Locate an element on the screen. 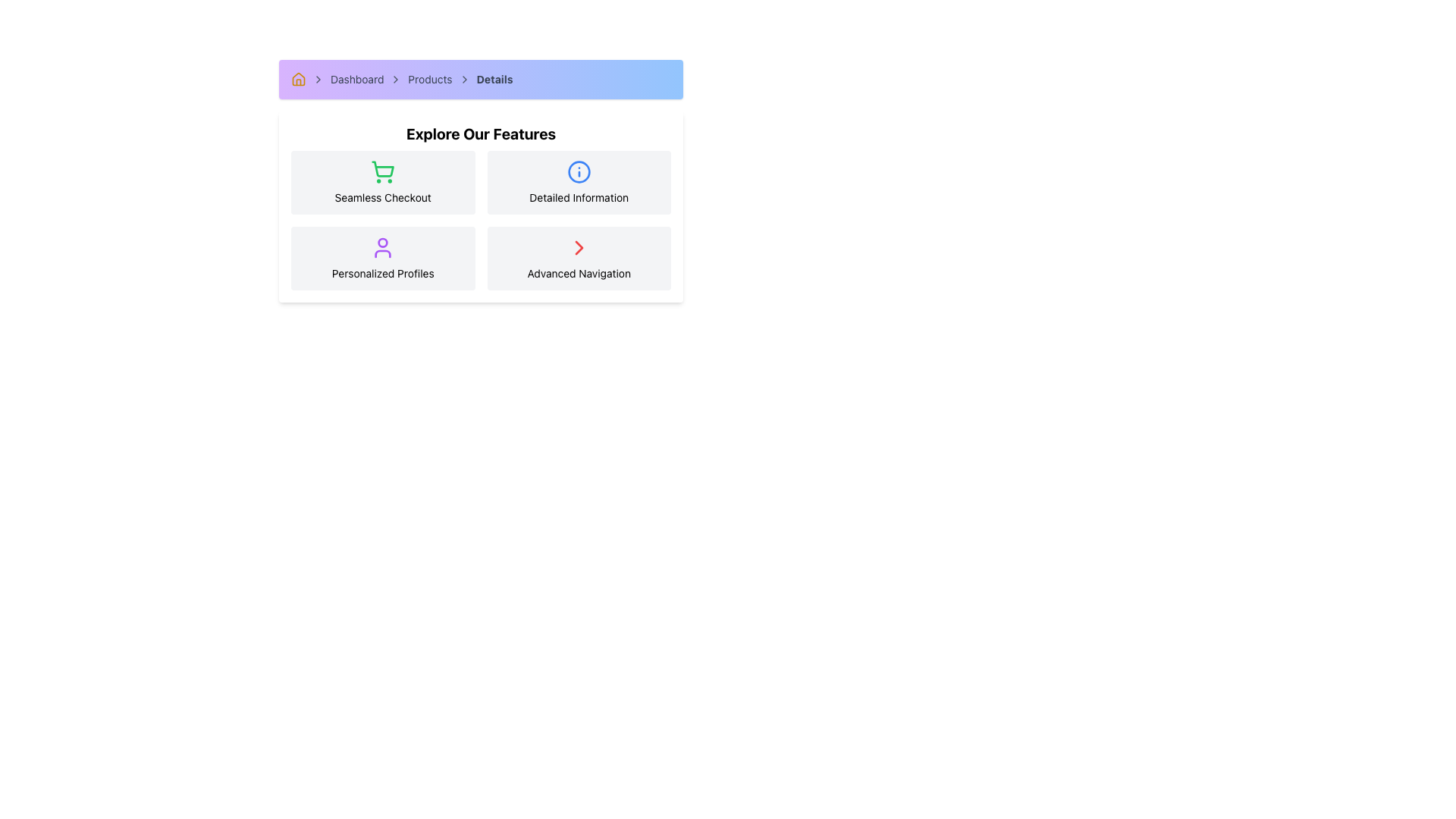 The width and height of the screenshot is (1456, 819). the information icon, which is a blue circular icon with a lowercase 'i' and a dot above it, located in the 'Detailed Information' card in the top-right area of the grid is located at coordinates (578, 171).